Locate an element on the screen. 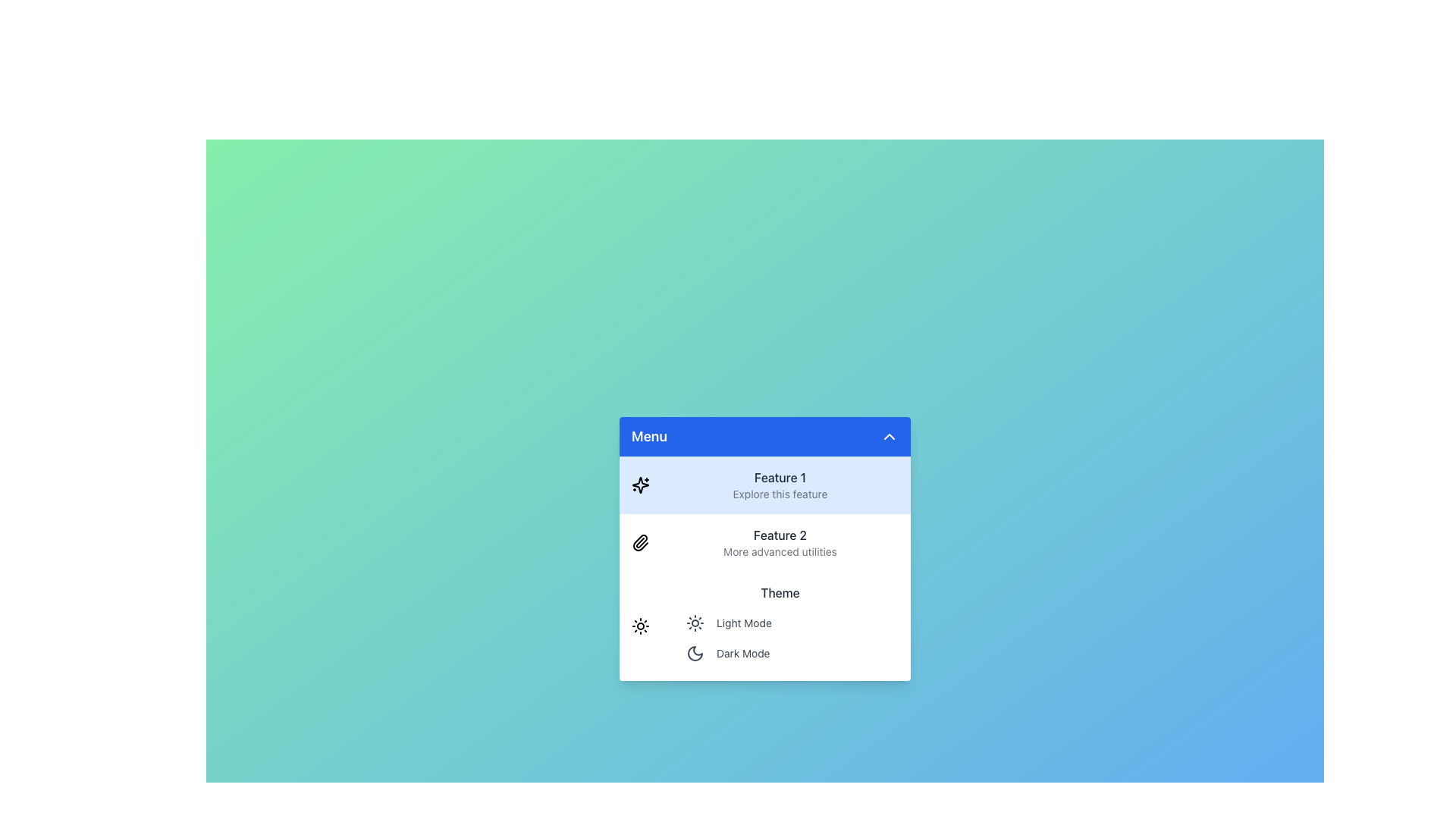 This screenshot has height=819, width=1456. the text block displaying 'Feature 1' with the subtitle 'Explore this feature', which is located below the 'Menu' header is located at coordinates (780, 485).